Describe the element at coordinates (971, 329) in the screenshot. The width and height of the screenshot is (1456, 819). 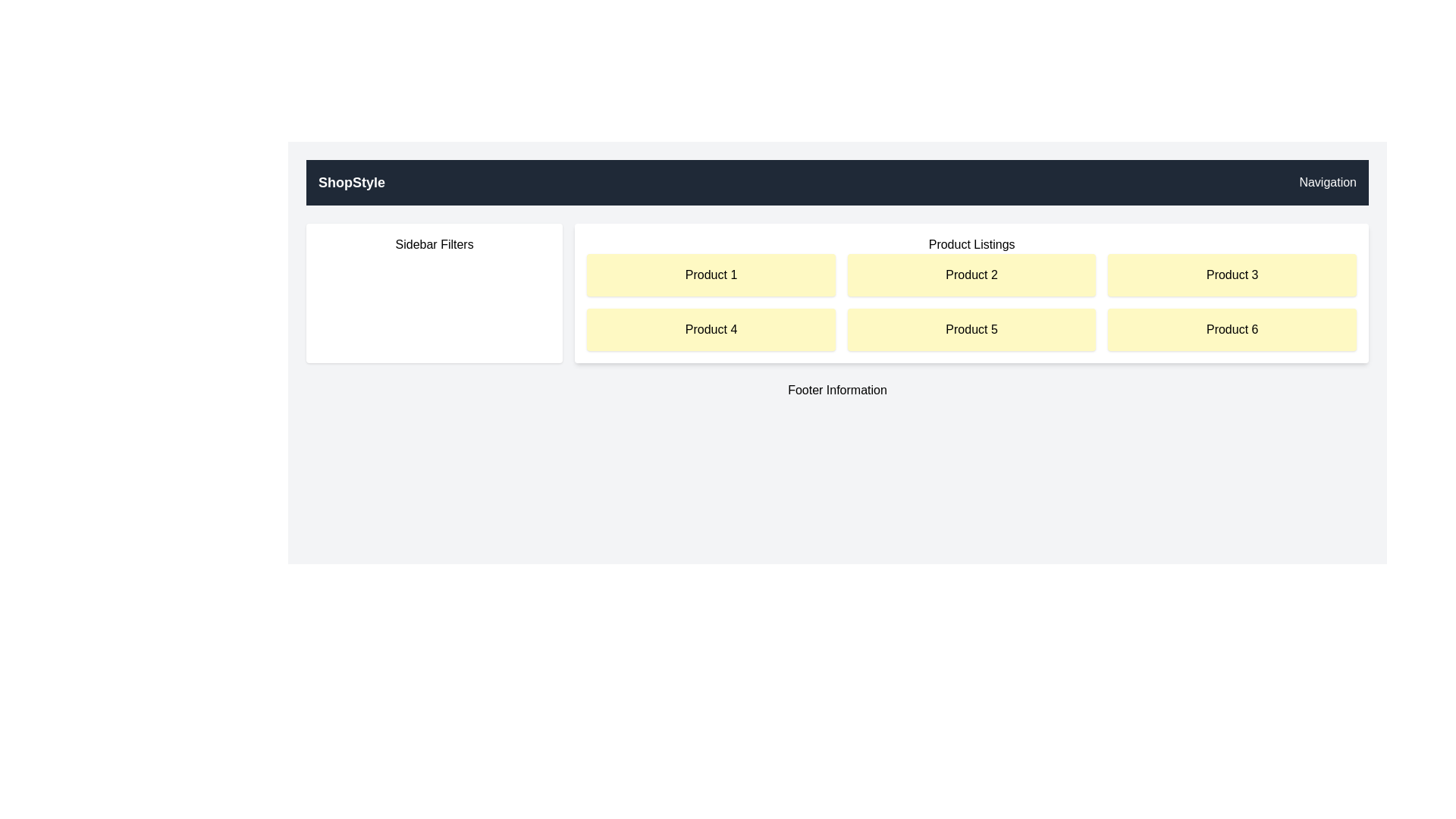
I see `the static display box representing 'Product 5', which is a rectangular box with rounded corners and a pale yellow background, containing the text 'Product 5' in bold black font` at that location.